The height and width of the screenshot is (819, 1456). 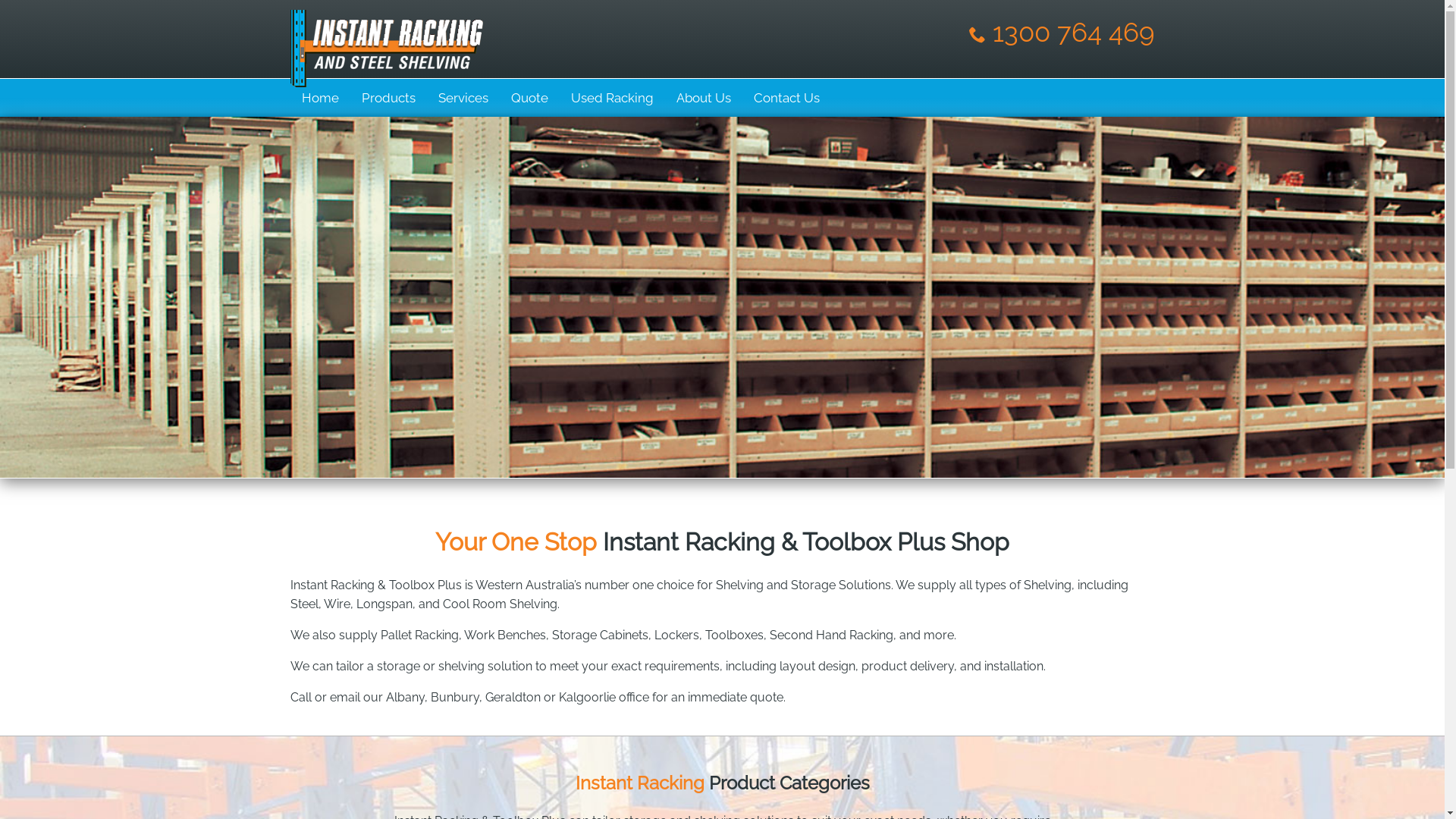 What do you see at coordinates (701, 97) in the screenshot?
I see `'About Us'` at bounding box center [701, 97].